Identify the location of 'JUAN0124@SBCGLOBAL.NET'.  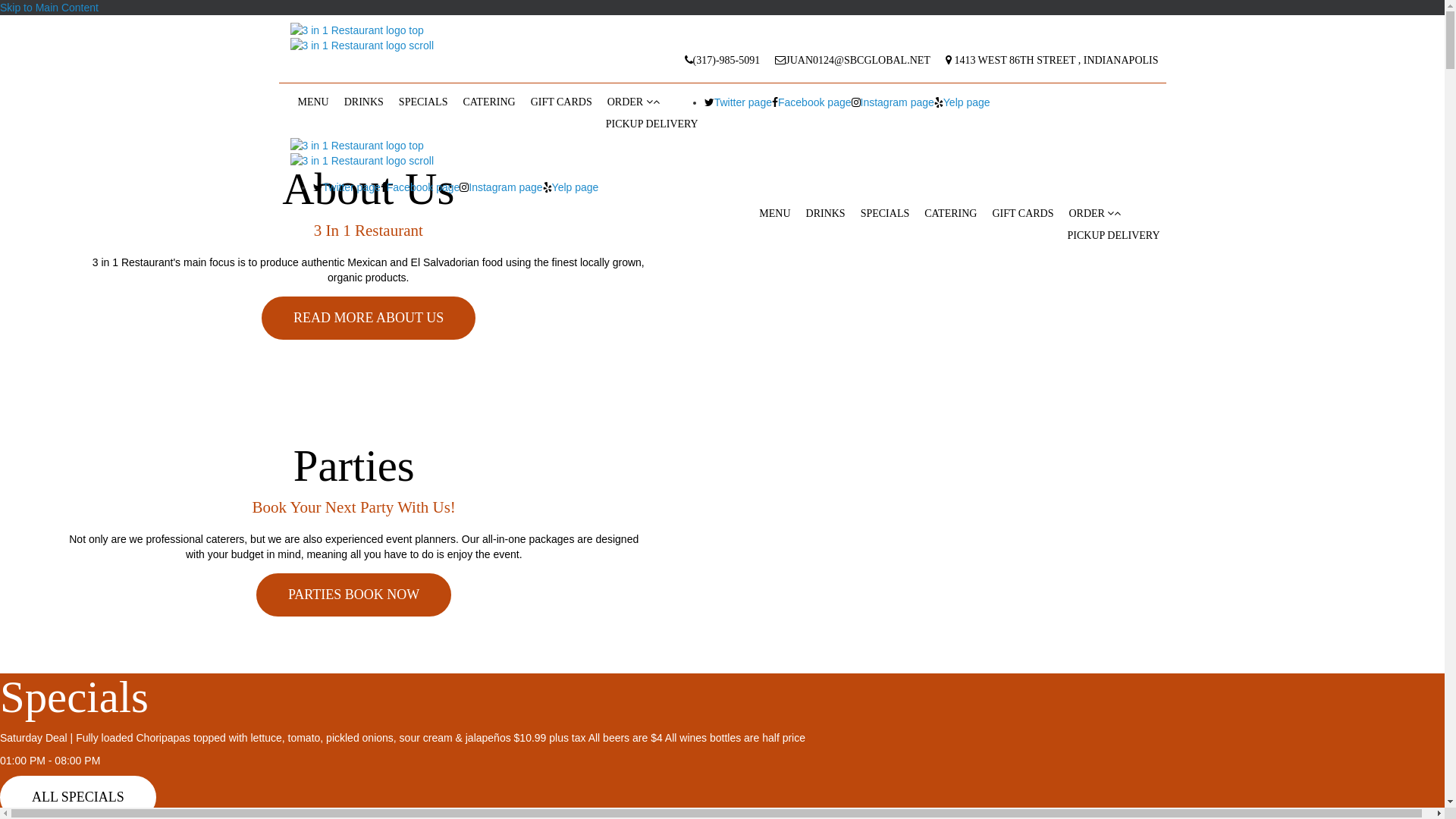
(852, 60).